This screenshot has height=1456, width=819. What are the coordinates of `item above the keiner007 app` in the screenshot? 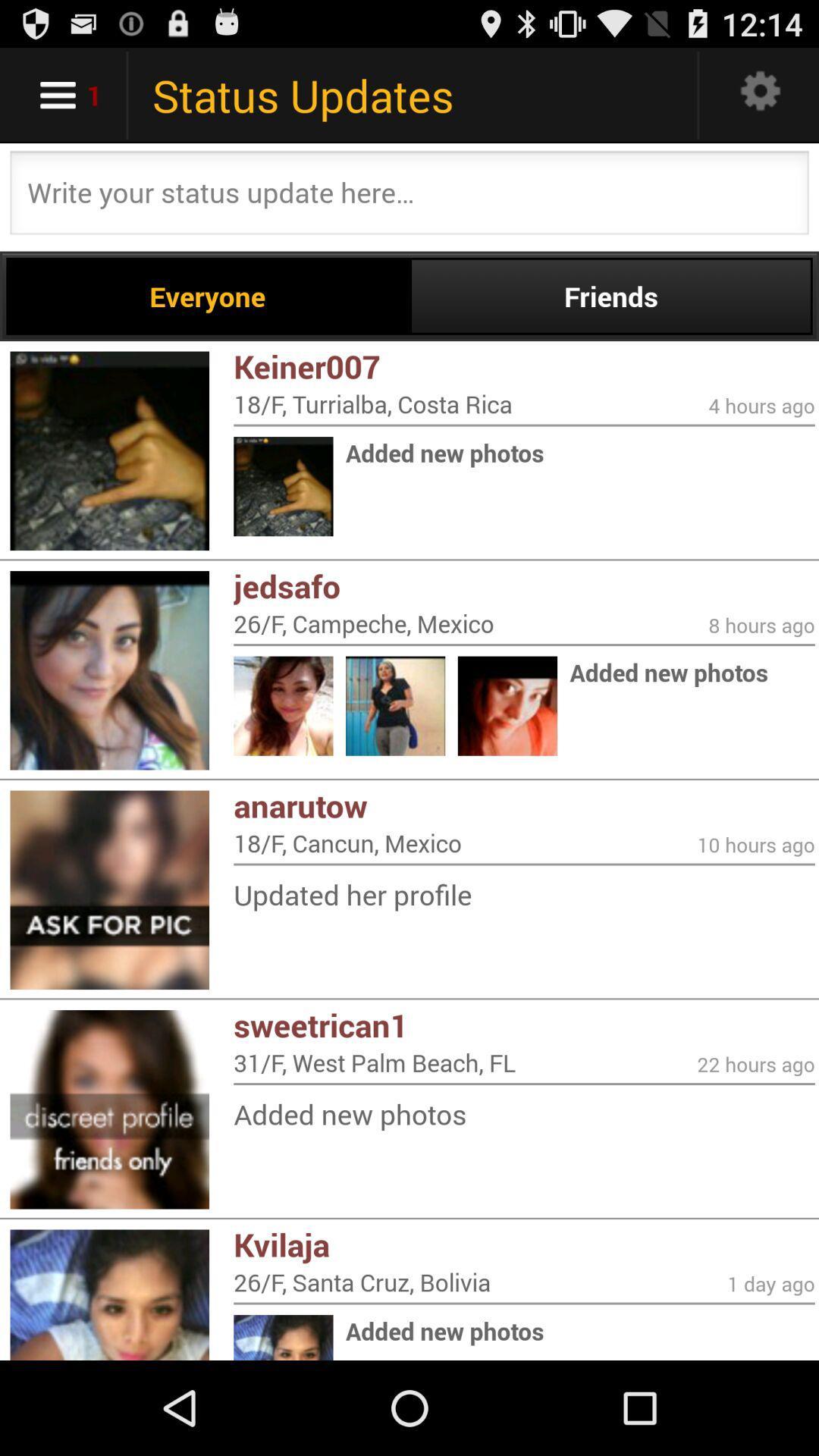 It's located at (610, 296).